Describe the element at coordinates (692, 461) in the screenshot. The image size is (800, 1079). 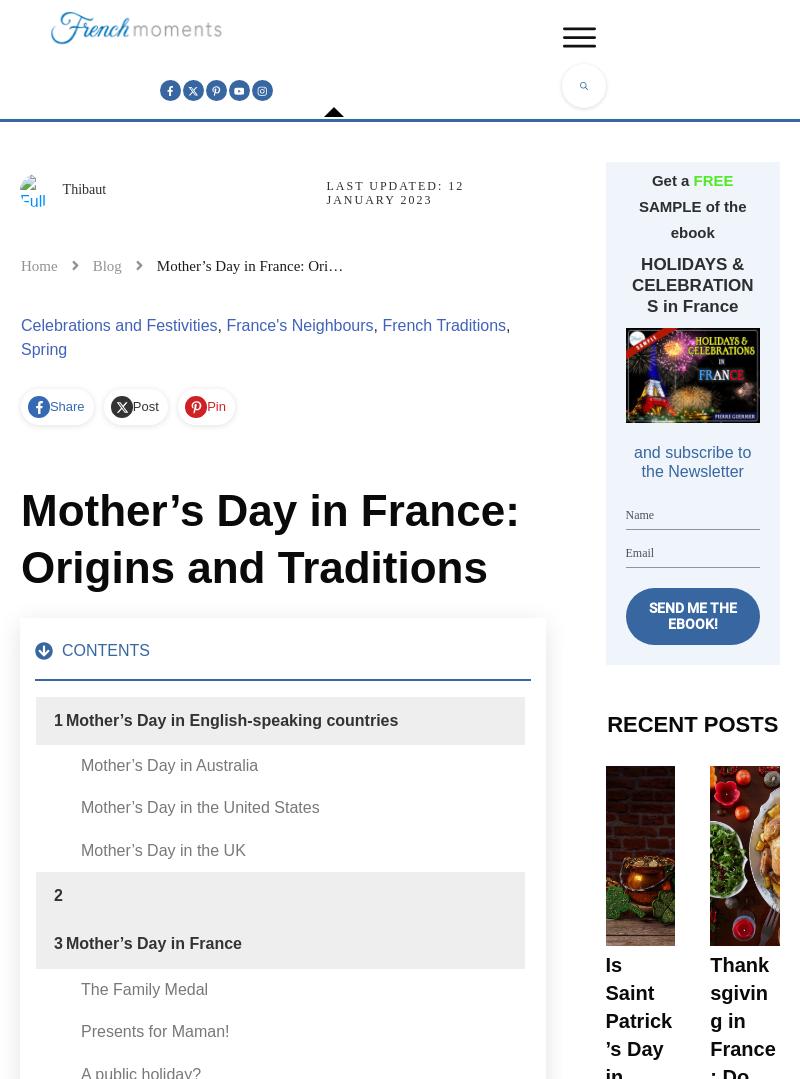
I see `'and subscribe to the Newsletter'` at that location.